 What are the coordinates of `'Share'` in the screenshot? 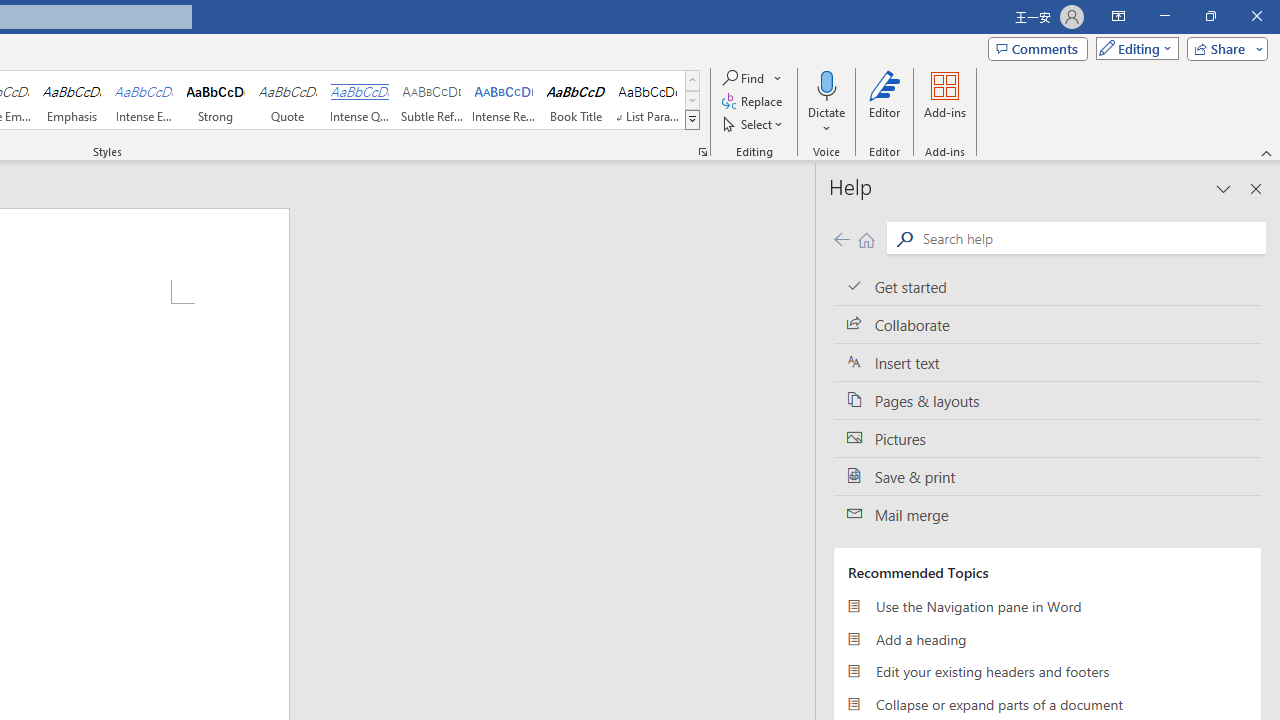 It's located at (1222, 47).